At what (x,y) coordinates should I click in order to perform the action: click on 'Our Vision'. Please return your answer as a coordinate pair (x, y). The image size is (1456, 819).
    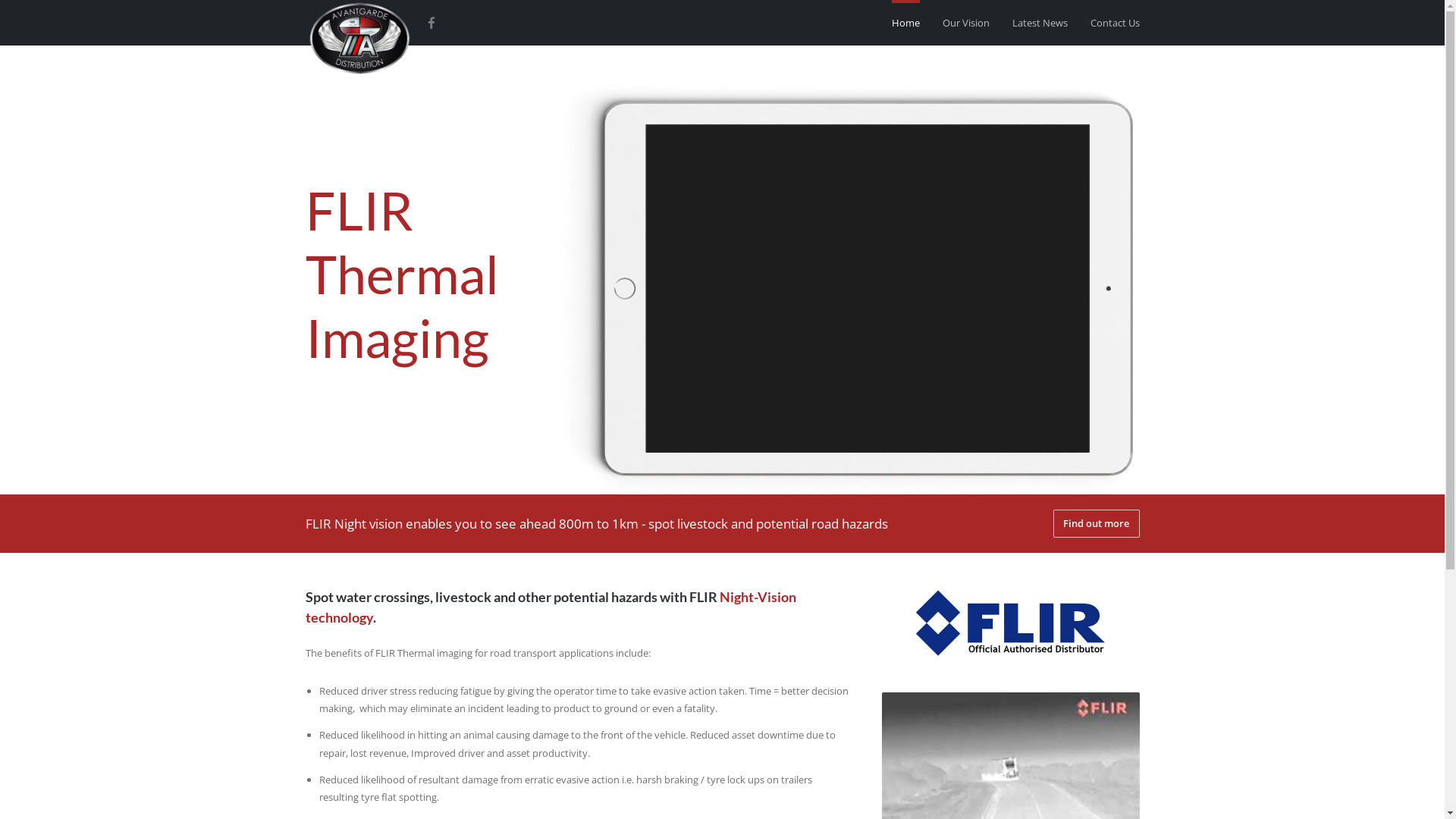
    Looking at the image, I should click on (941, 23).